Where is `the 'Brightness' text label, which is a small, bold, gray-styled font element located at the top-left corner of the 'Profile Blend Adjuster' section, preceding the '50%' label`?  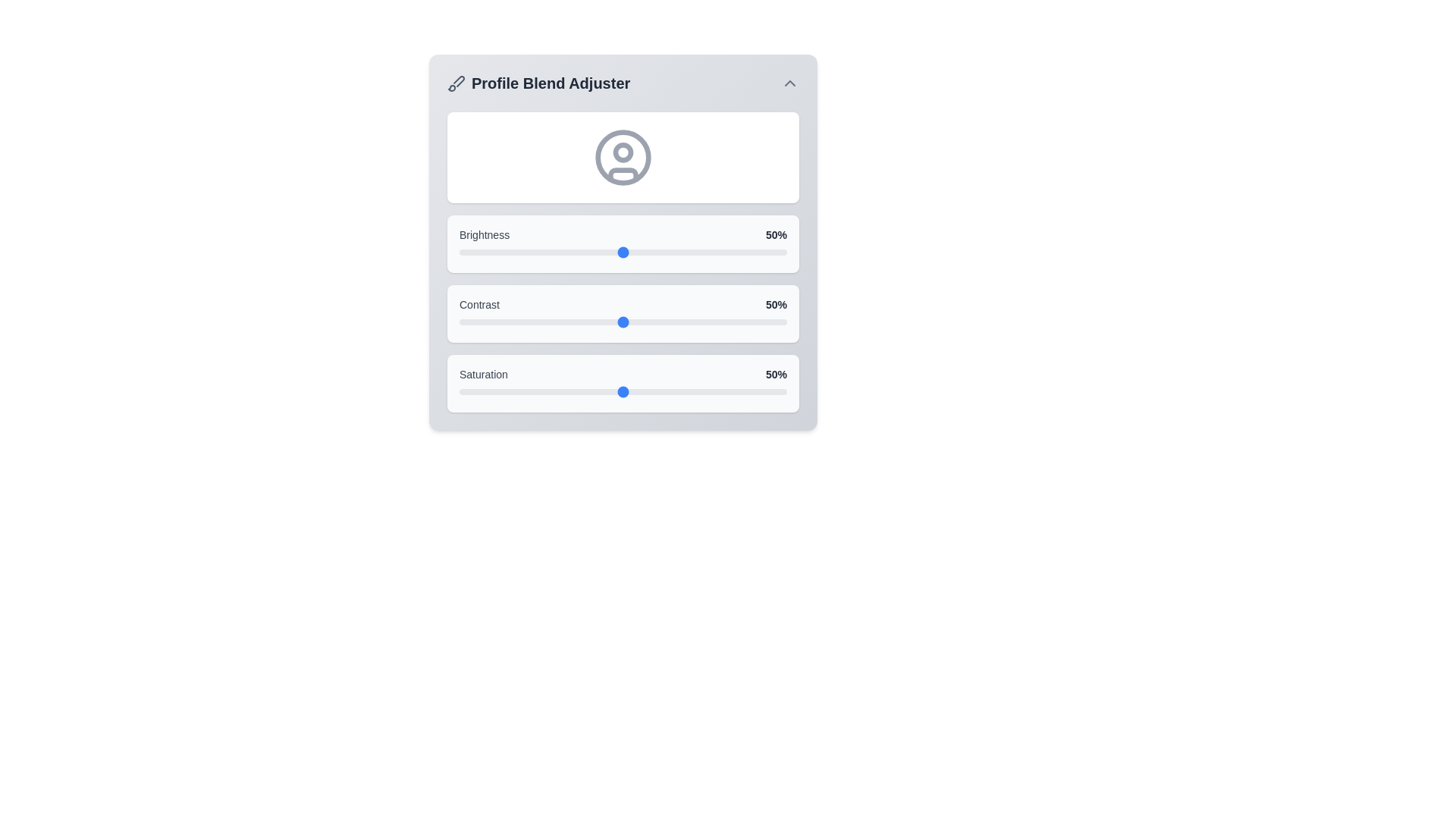
the 'Brightness' text label, which is a small, bold, gray-styled font element located at the top-left corner of the 'Profile Blend Adjuster' section, preceding the '50%' label is located at coordinates (484, 234).